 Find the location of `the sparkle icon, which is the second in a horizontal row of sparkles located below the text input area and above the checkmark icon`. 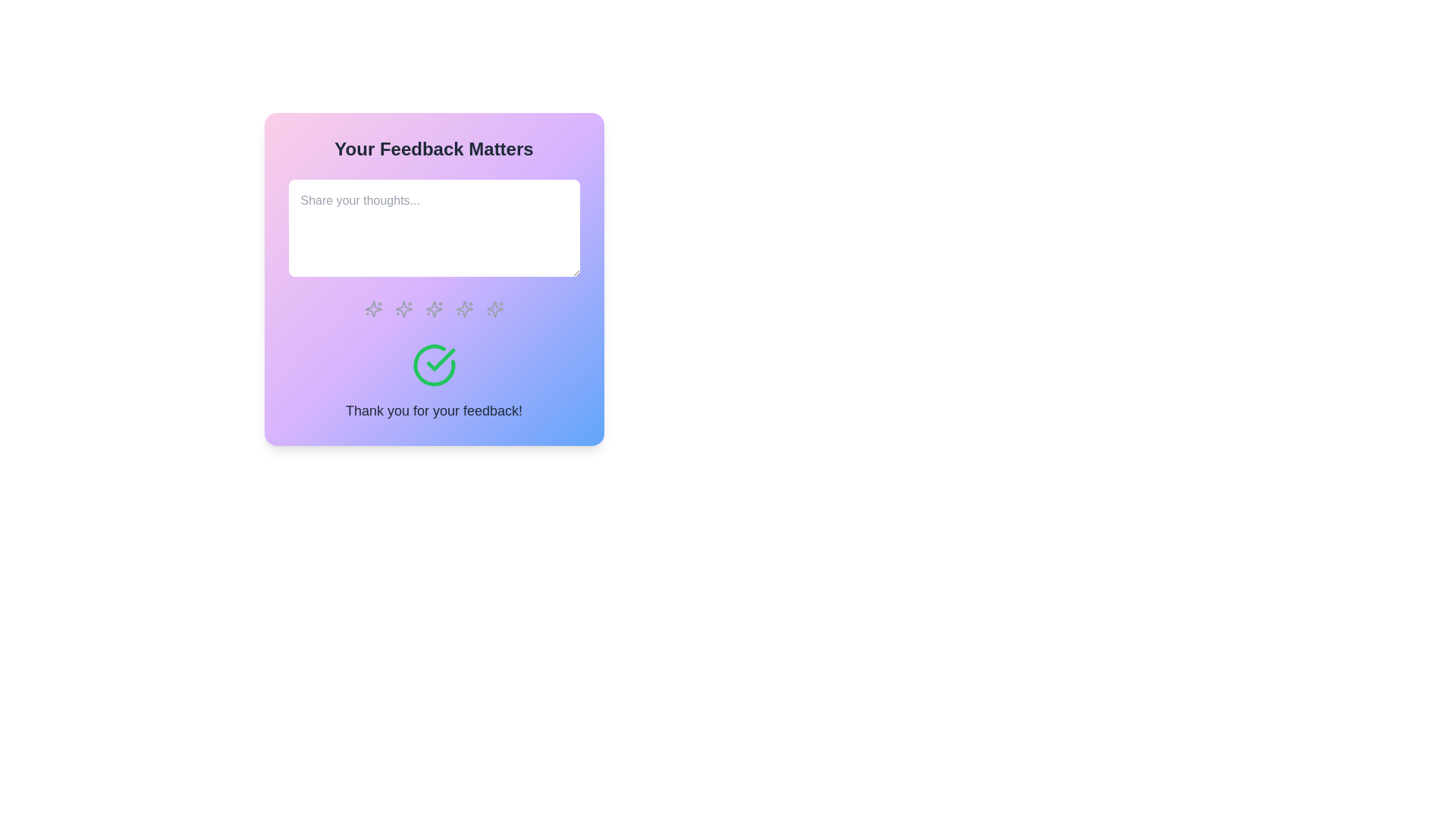

the sparkle icon, which is the second in a horizontal row of sparkles located below the text input area and above the checkmark icon is located at coordinates (403, 309).